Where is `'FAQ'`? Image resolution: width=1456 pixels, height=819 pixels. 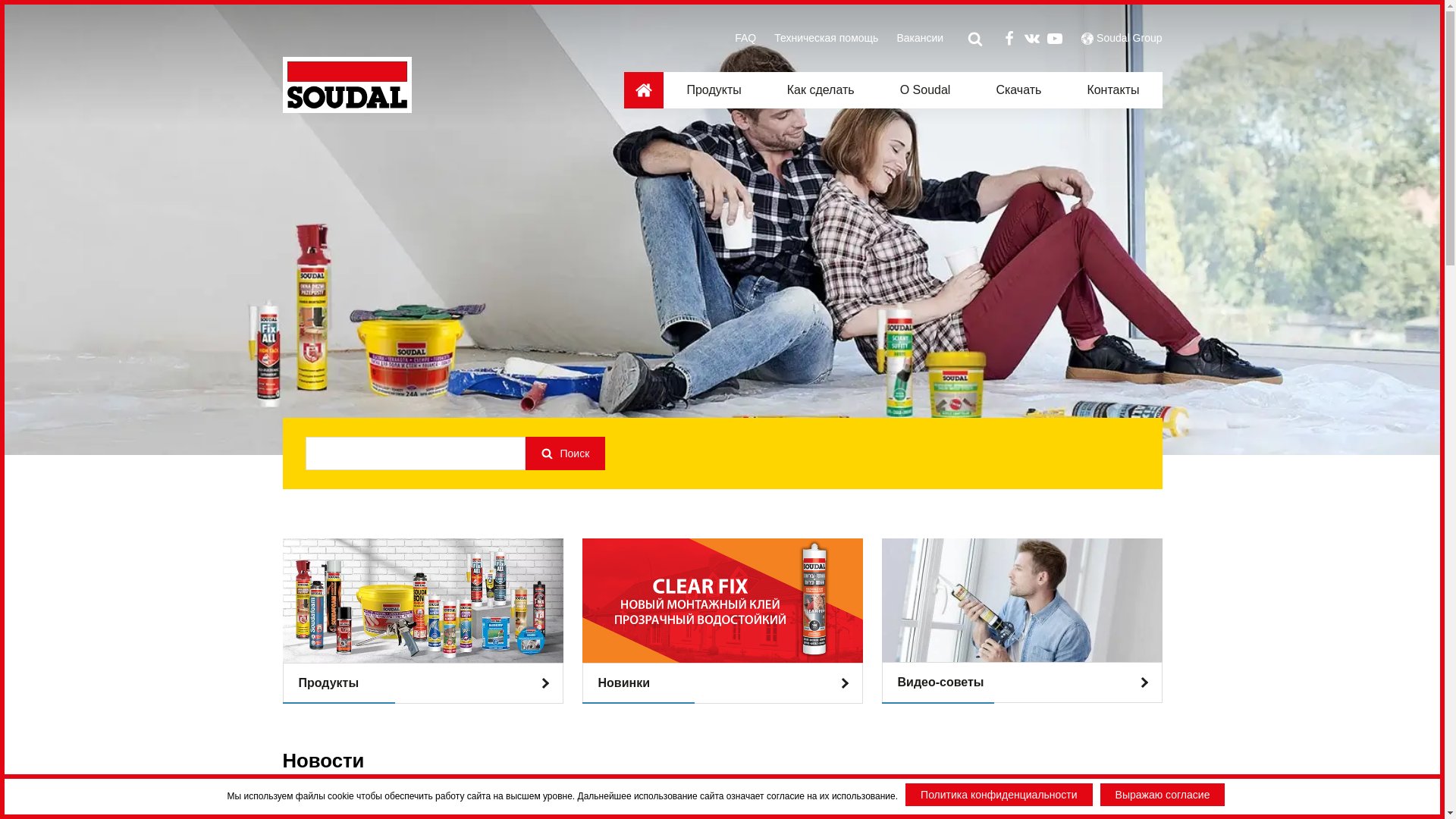
'FAQ' is located at coordinates (745, 37).